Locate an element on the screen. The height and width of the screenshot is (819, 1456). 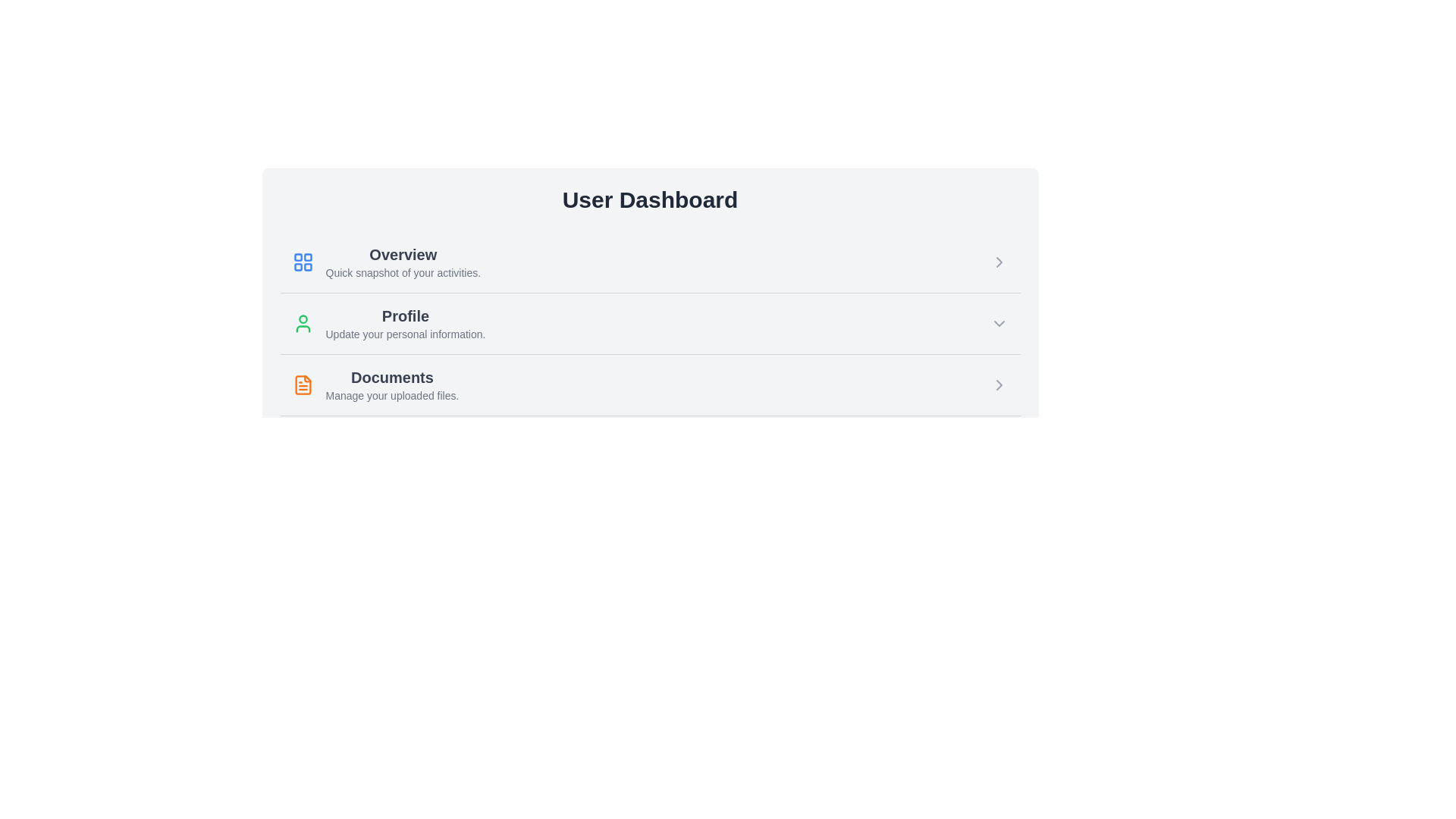
the composite UI component that serves as a button or link is located at coordinates (375, 384).